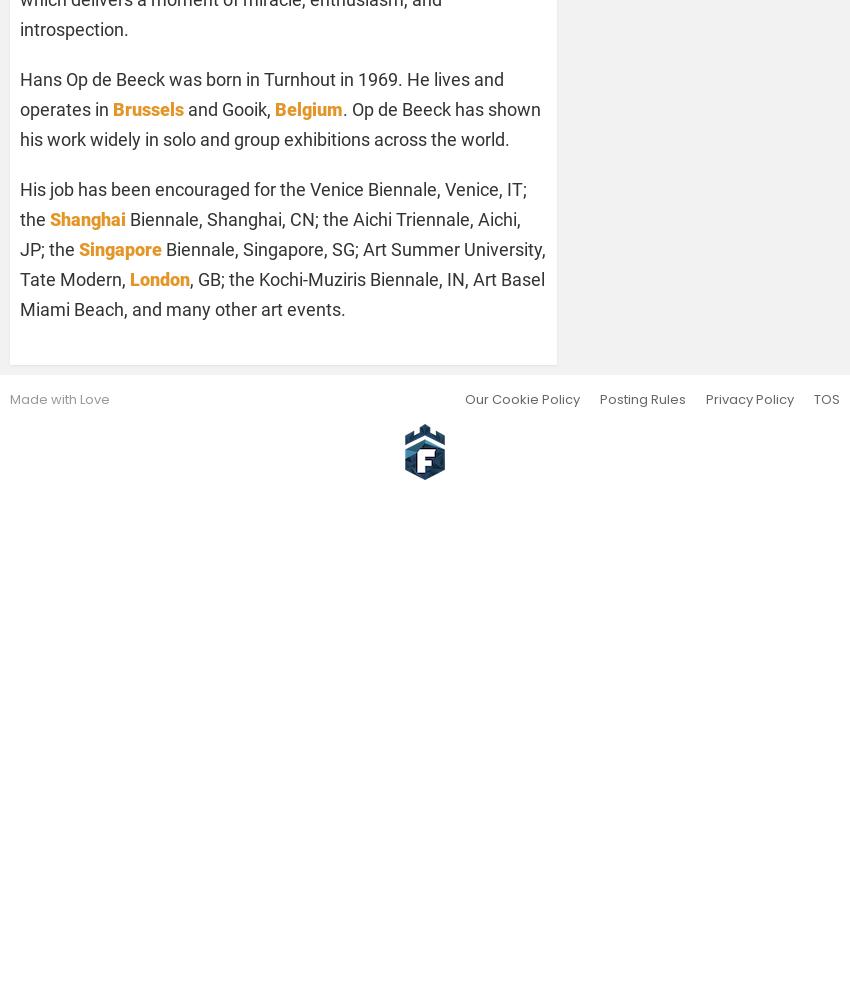 The height and width of the screenshot is (1000, 850). I want to click on 'Belgium', so click(308, 107).